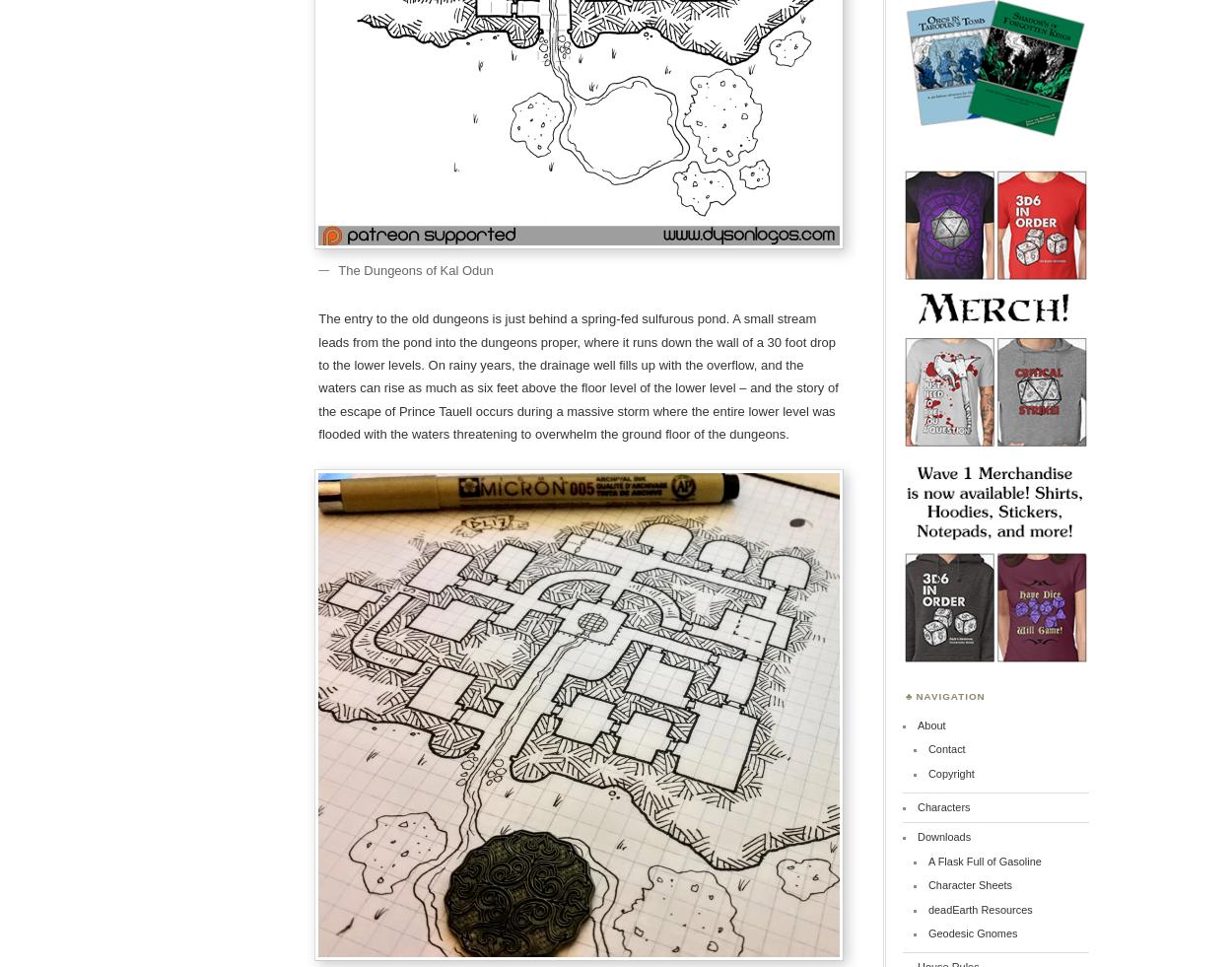 Image resolution: width=1232 pixels, height=967 pixels. I want to click on 'The Dungeons of Kal Odun', so click(415, 268).